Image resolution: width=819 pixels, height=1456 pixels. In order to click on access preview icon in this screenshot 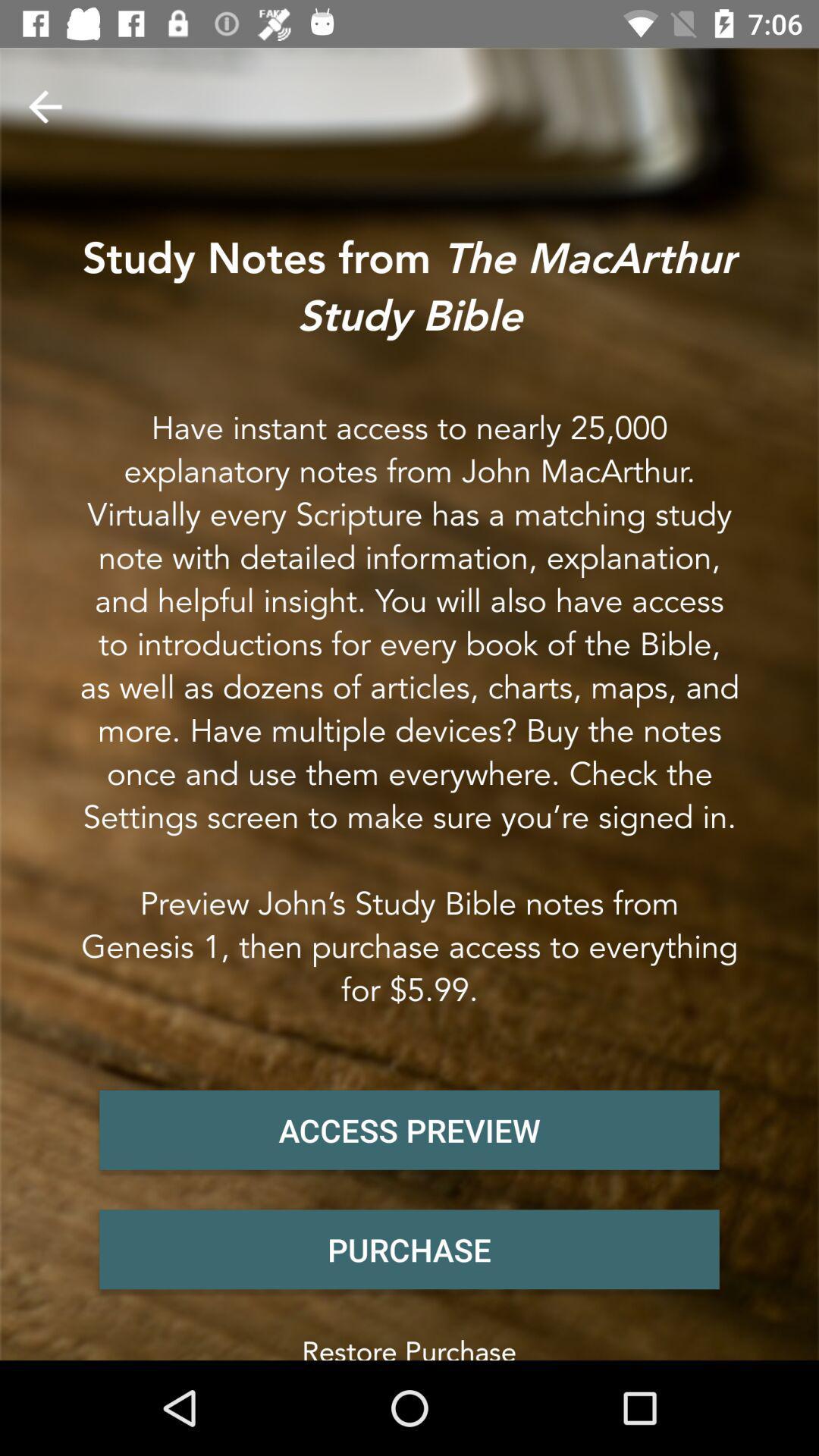, I will do `click(409, 1130)`.